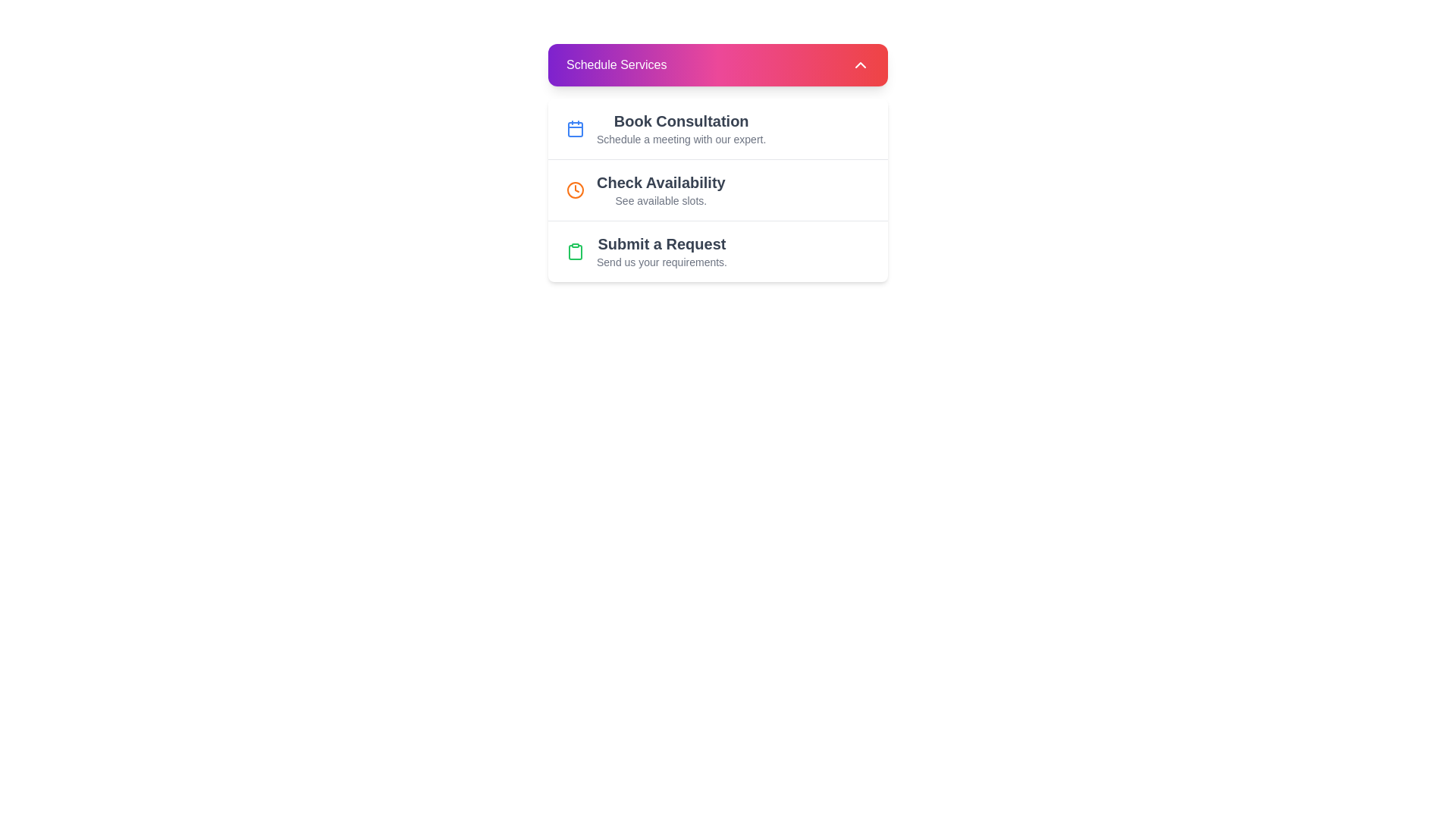 Image resolution: width=1456 pixels, height=819 pixels. I want to click on the second menu item within the 'Schedule Services' list, so click(717, 163).